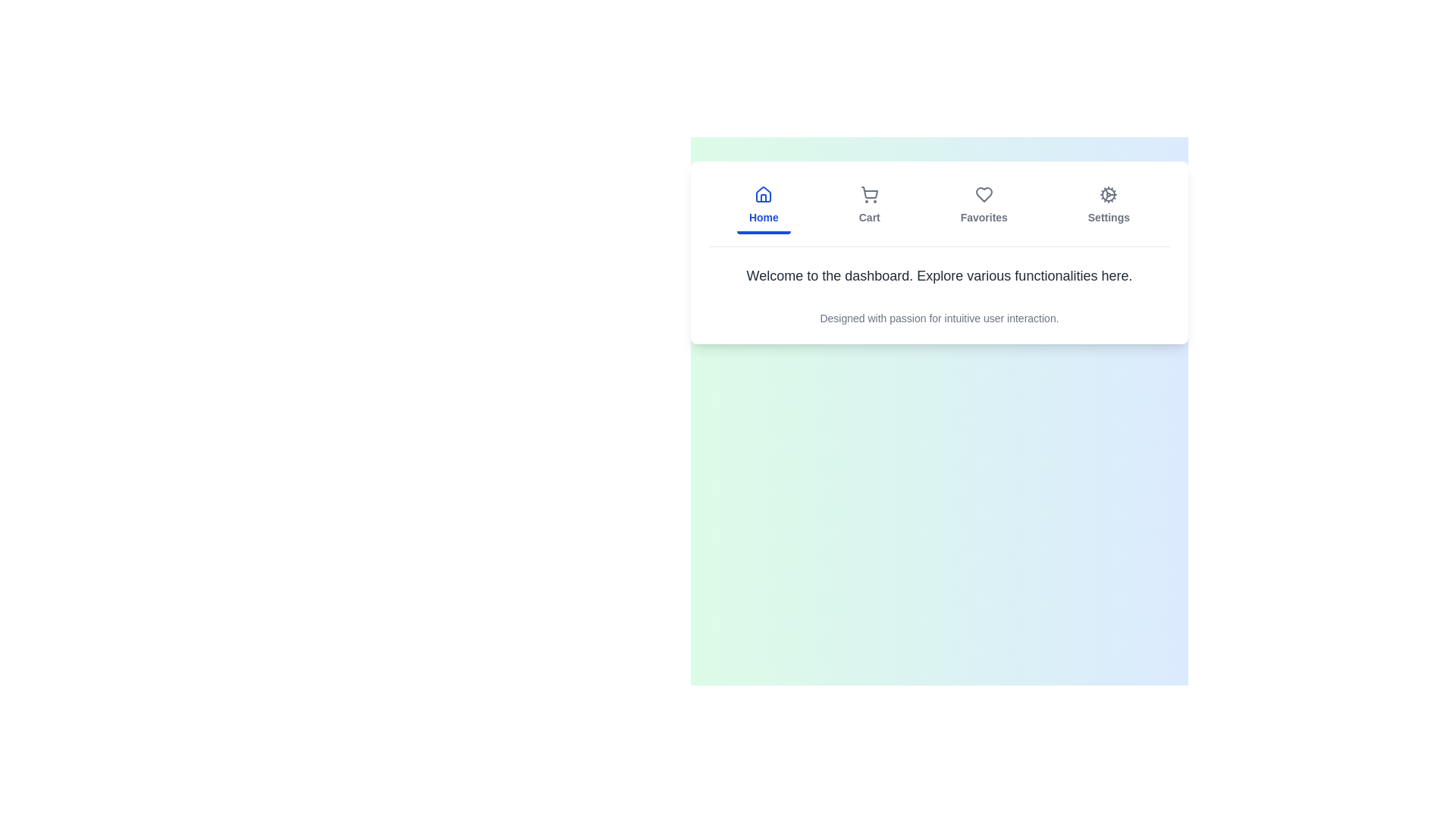 The width and height of the screenshot is (1456, 819). Describe the element at coordinates (764, 193) in the screenshot. I see `the 'Home' icon element within the navigation menu, represented by a house image, located at the specified coordinates` at that location.